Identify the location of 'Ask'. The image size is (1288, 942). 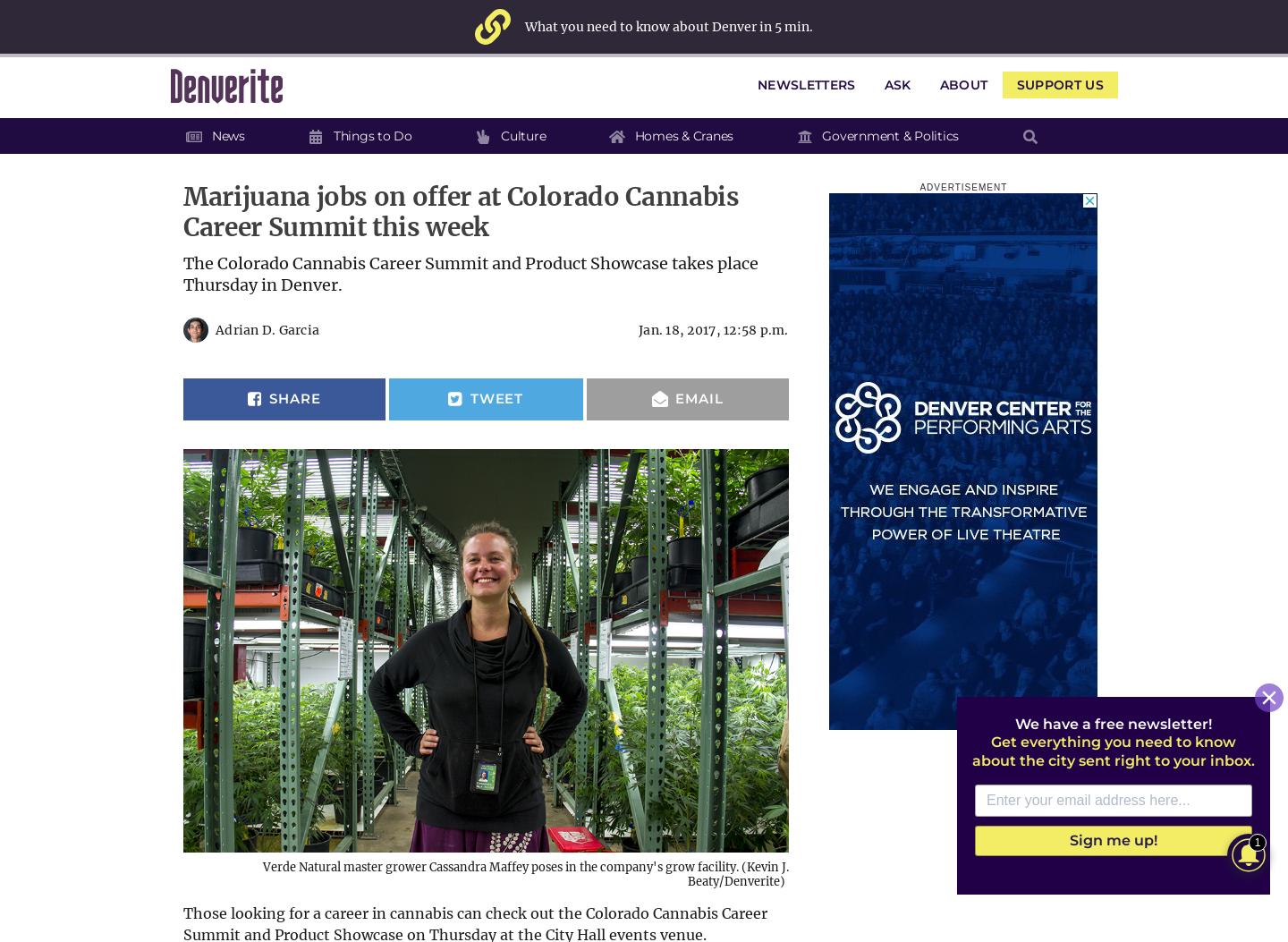
(882, 83).